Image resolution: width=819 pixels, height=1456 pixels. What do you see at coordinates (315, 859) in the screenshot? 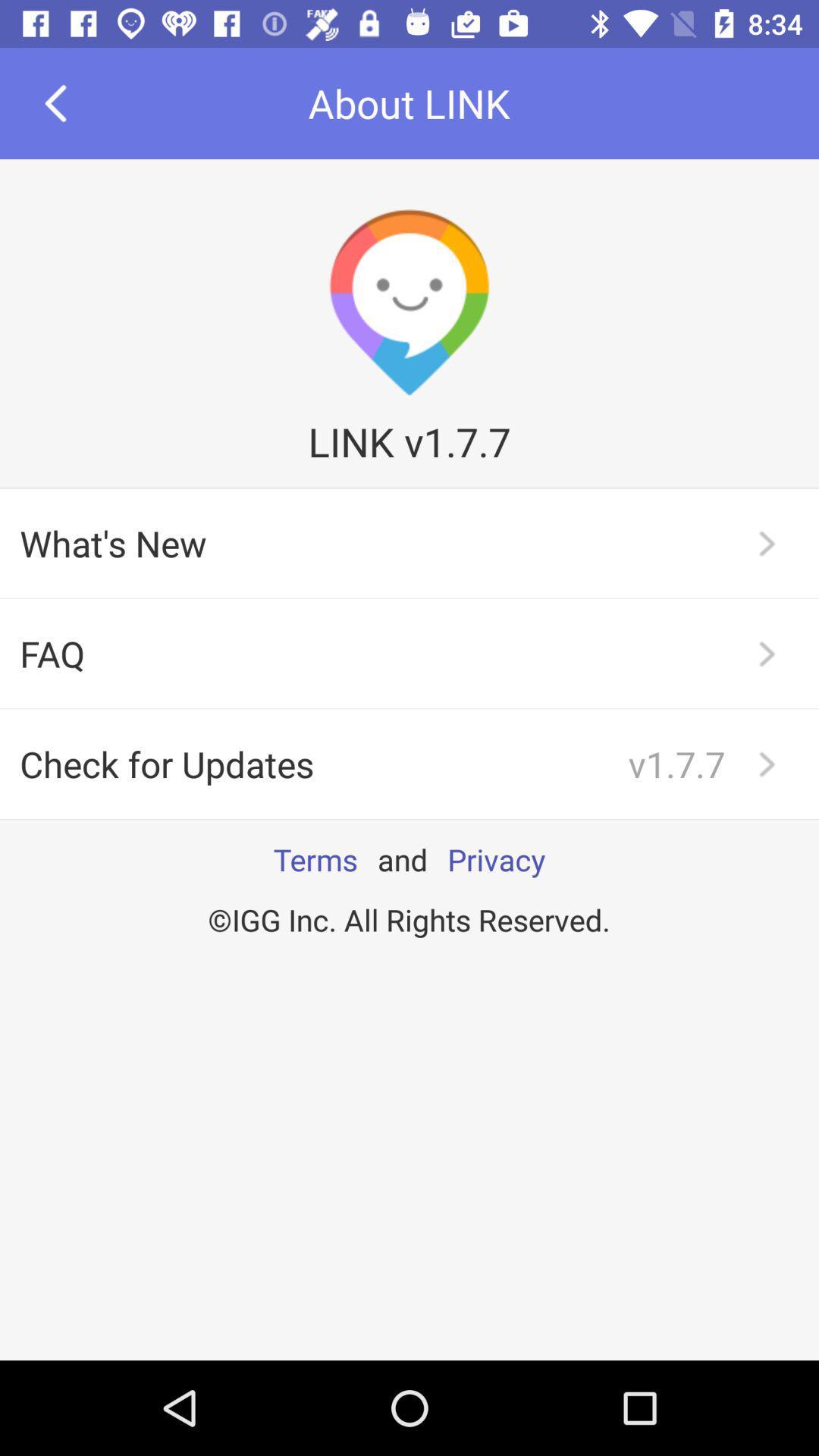
I see `the terms app` at bounding box center [315, 859].